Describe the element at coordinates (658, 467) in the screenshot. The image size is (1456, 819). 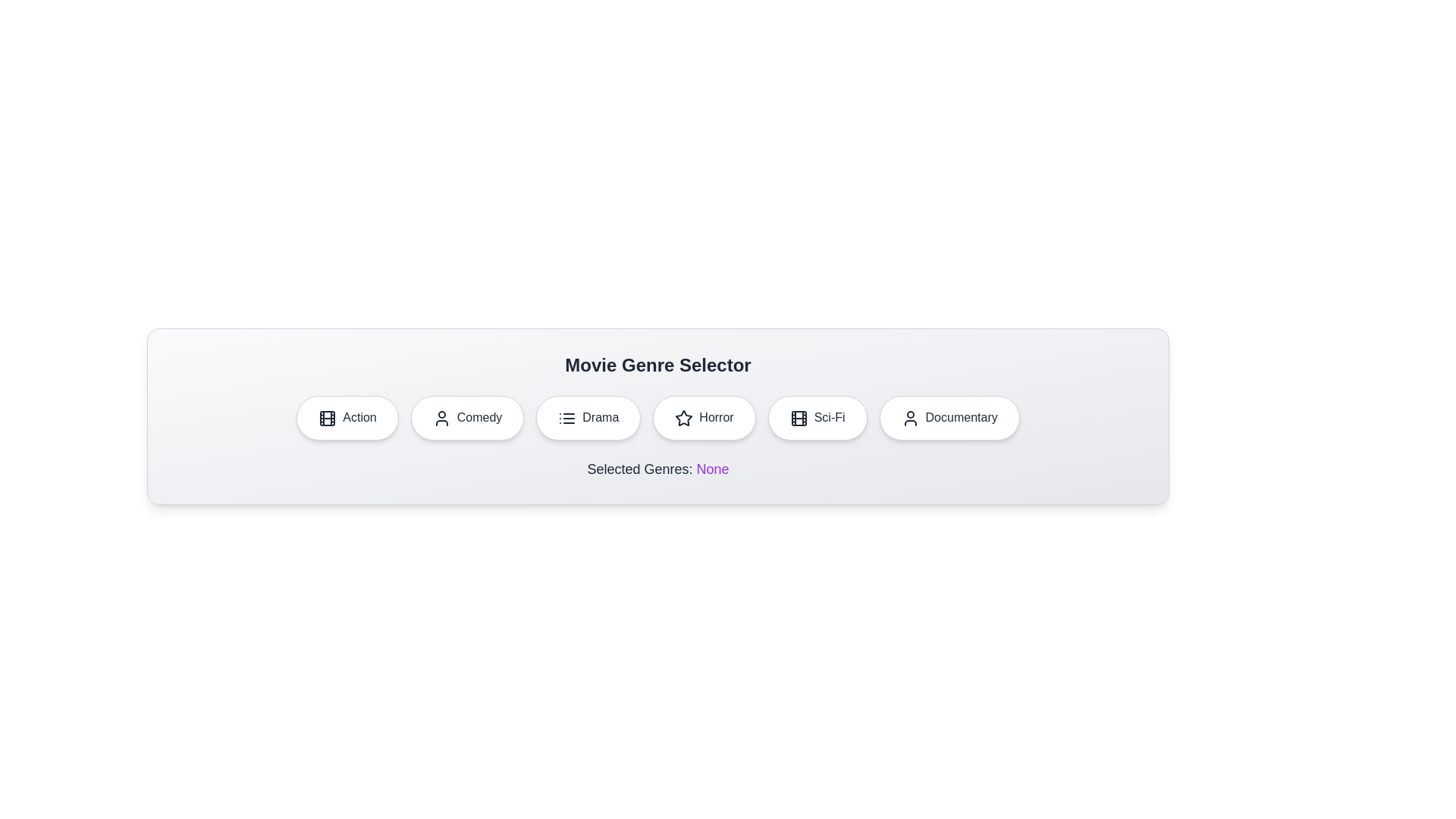
I see `text displayed in the text display that shows 'Selected Genres: None', styled with 'None' in purple color, located at the bottom of the genre selection interface` at that location.